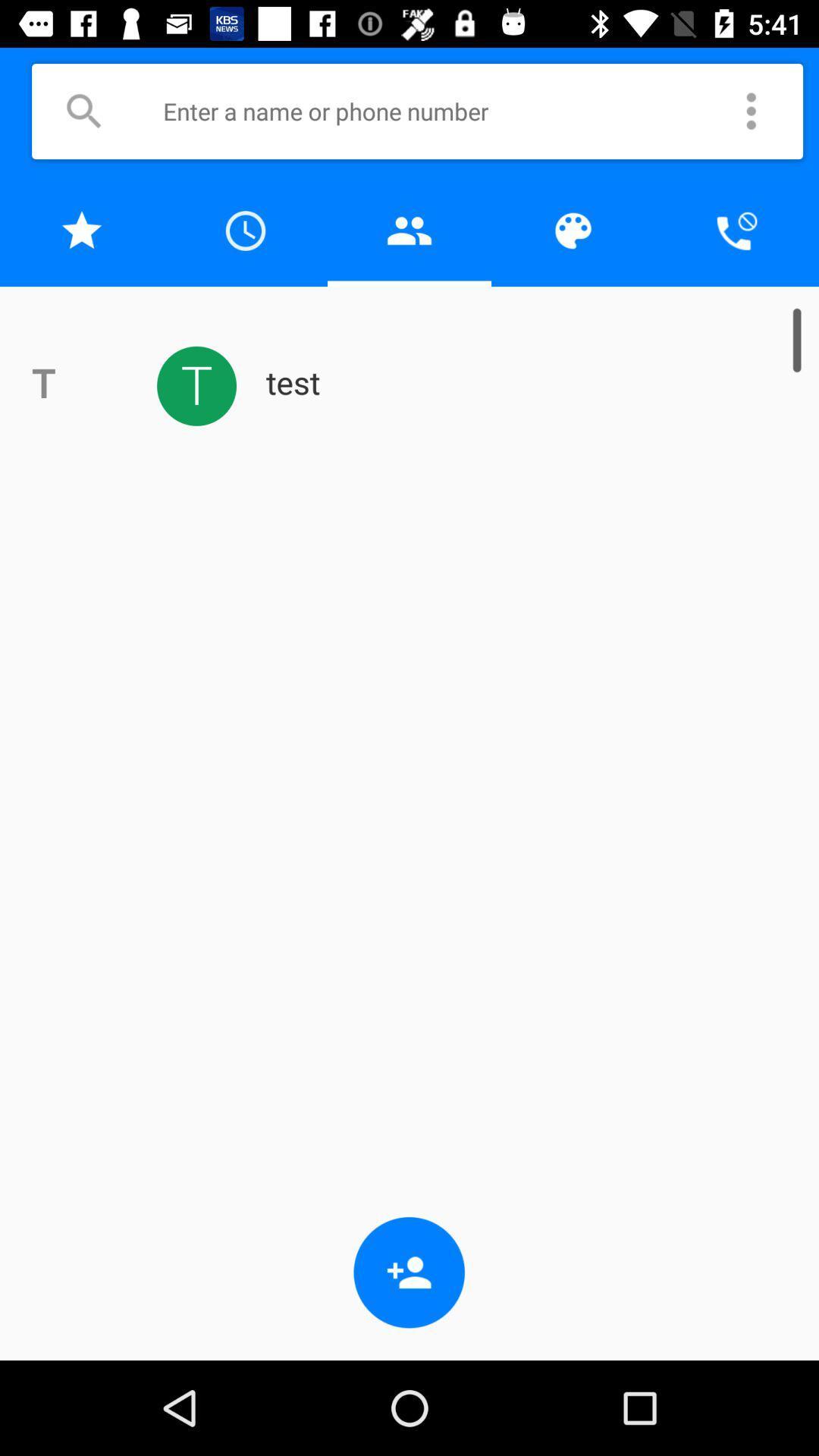 This screenshot has height=1456, width=819. What do you see at coordinates (573, 230) in the screenshot?
I see `the icon above the test icon` at bounding box center [573, 230].